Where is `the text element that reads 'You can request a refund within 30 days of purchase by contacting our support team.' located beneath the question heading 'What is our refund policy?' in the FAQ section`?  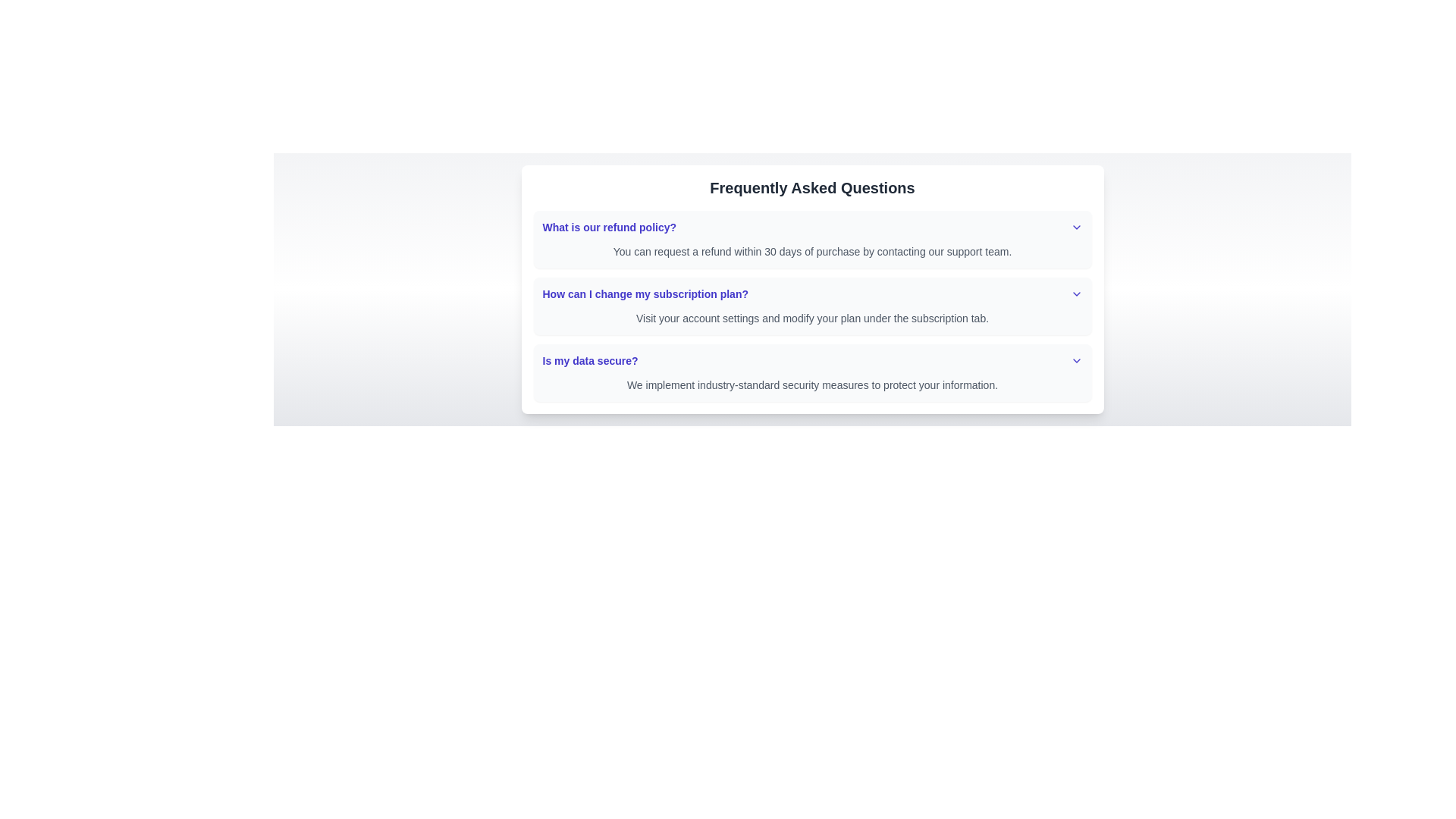 the text element that reads 'You can request a refund within 30 days of purchase by contacting our support team.' located beneath the question heading 'What is our refund policy?' in the FAQ section is located at coordinates (811, 250).